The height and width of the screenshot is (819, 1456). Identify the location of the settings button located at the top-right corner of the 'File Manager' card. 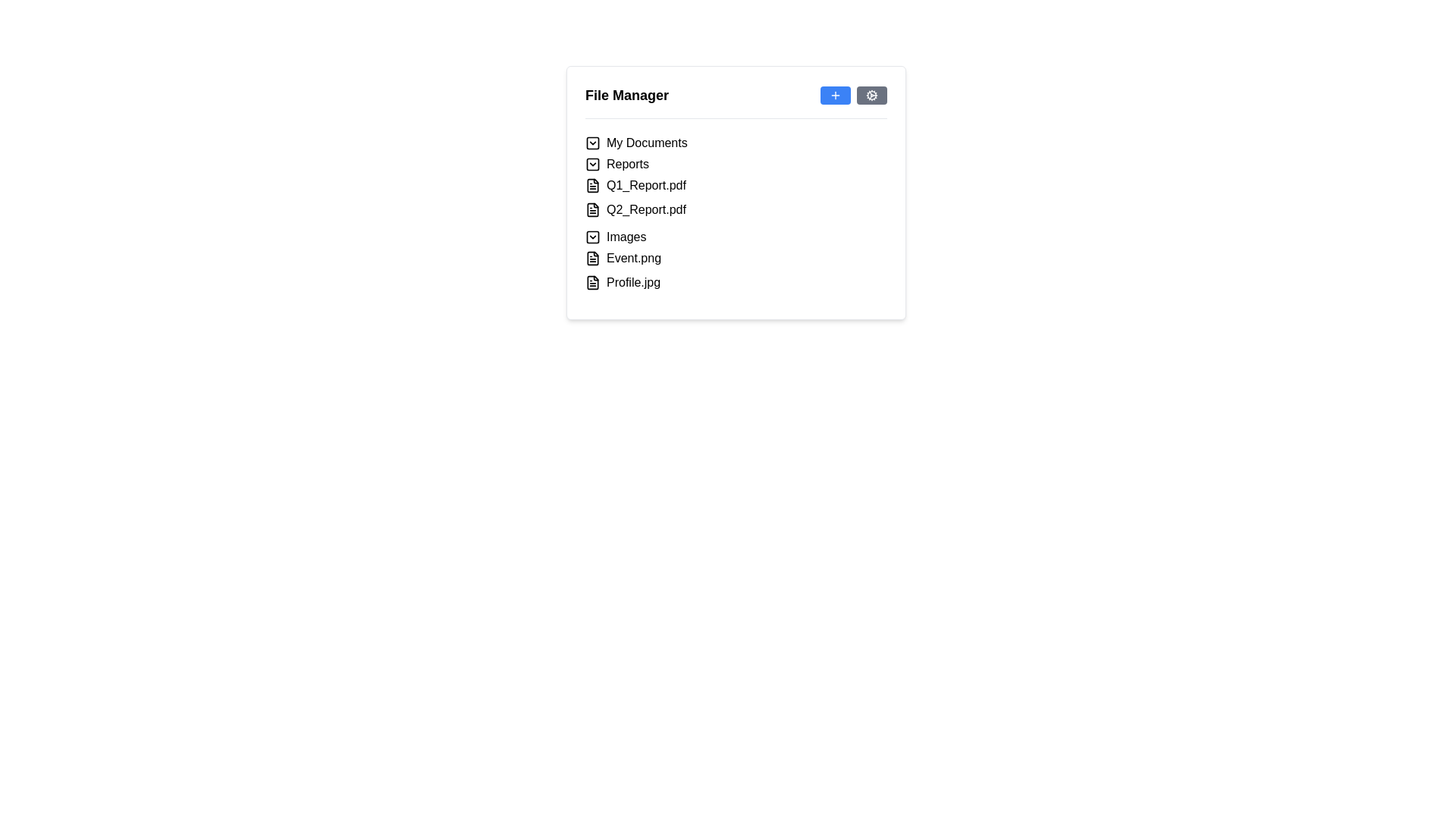
(872, 96).